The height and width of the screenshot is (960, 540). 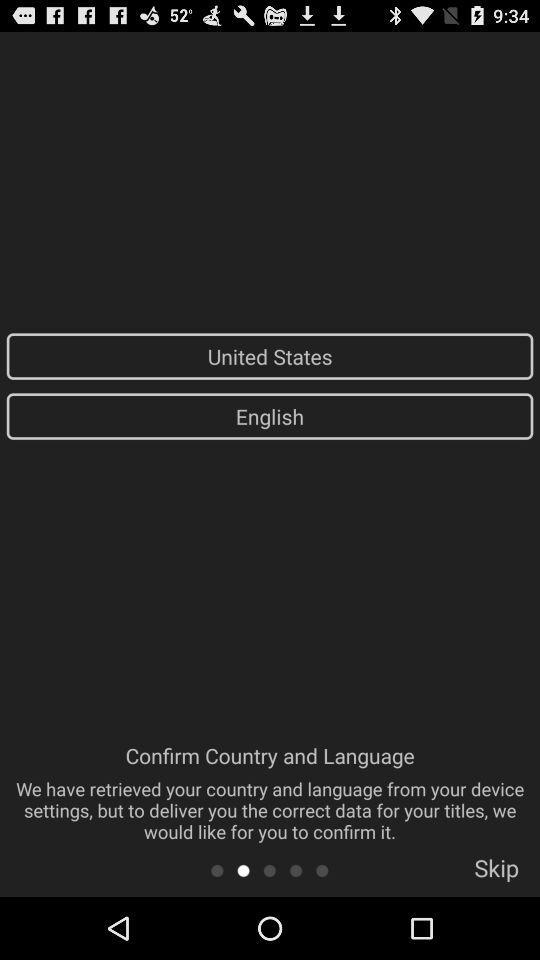 I want to click on loading meun option, so click(x=269, y=869).